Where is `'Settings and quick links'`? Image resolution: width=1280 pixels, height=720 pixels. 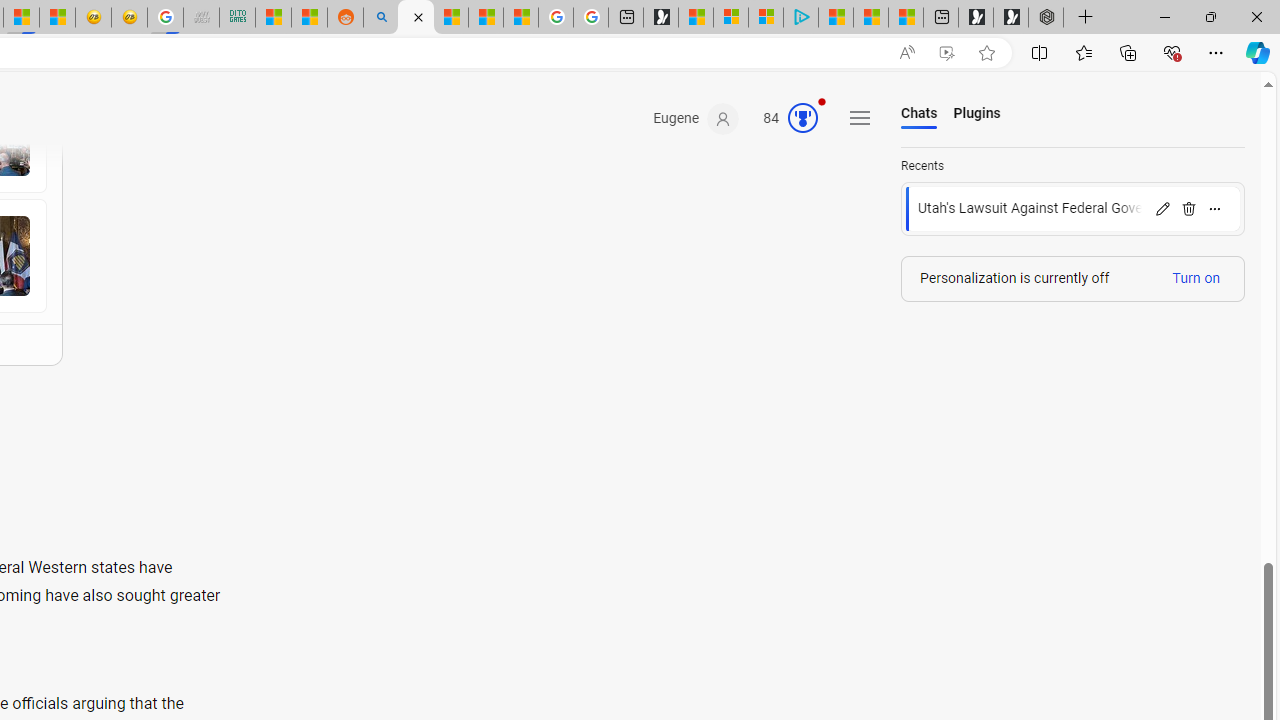
'Settings and quick links' is located at coordinates (860, 118).